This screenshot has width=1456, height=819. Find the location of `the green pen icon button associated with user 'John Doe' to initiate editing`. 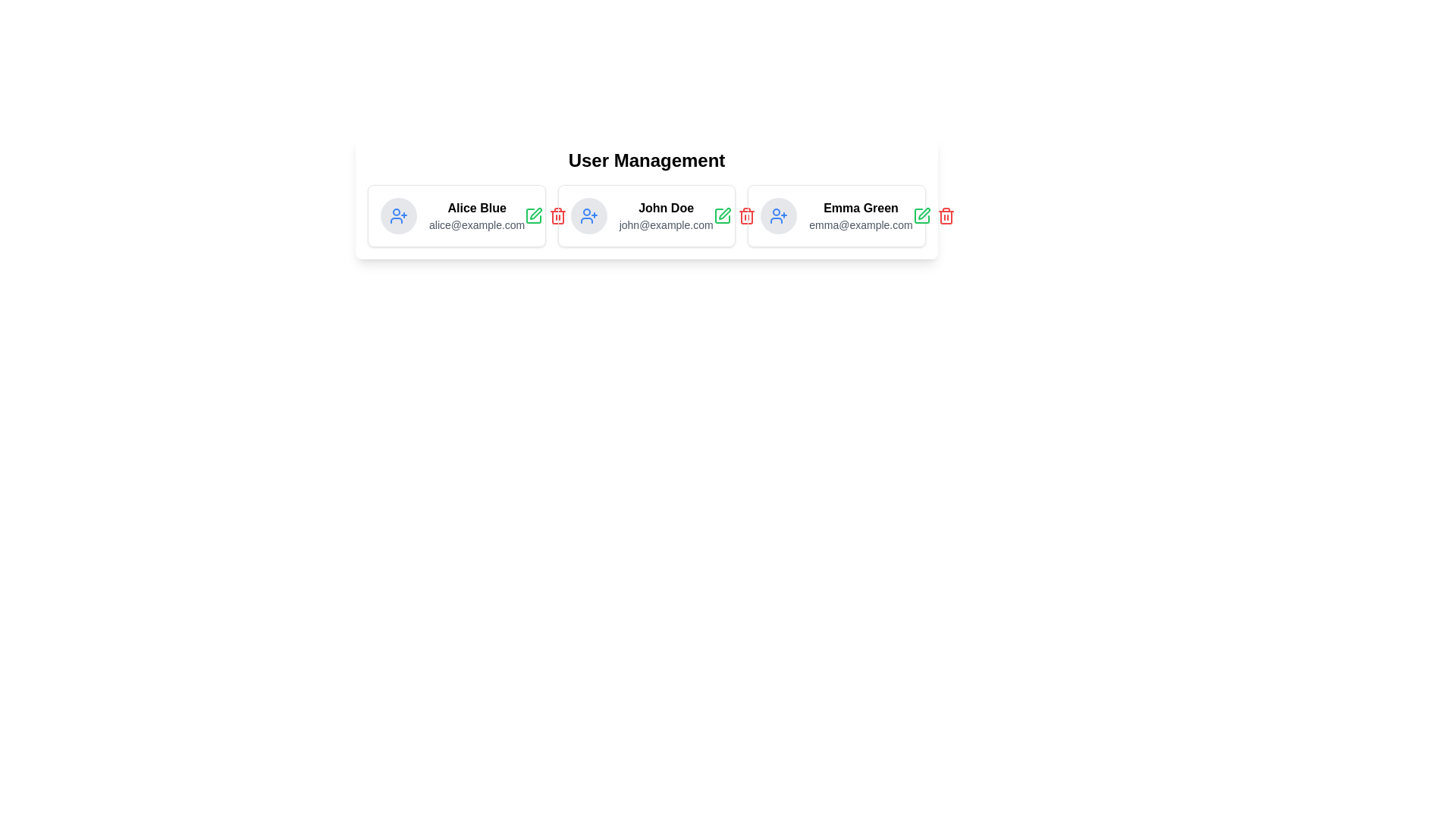

the green pen icon button associated with user 'John Doe' to initiate editing is located at coordinates (721, 216).